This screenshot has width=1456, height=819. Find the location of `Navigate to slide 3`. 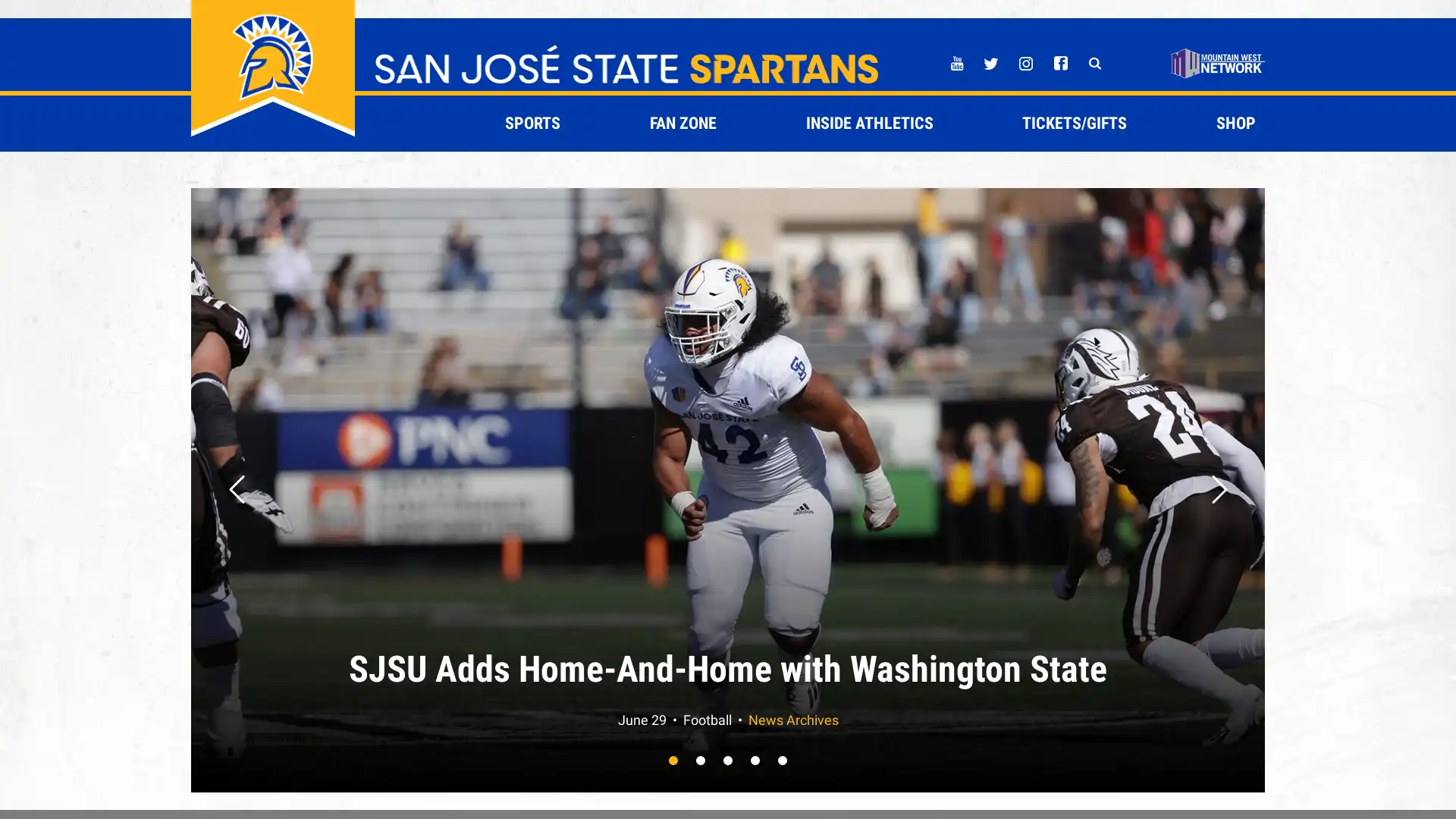

Navigate to slide 3 is located at coordinates (728, 760).